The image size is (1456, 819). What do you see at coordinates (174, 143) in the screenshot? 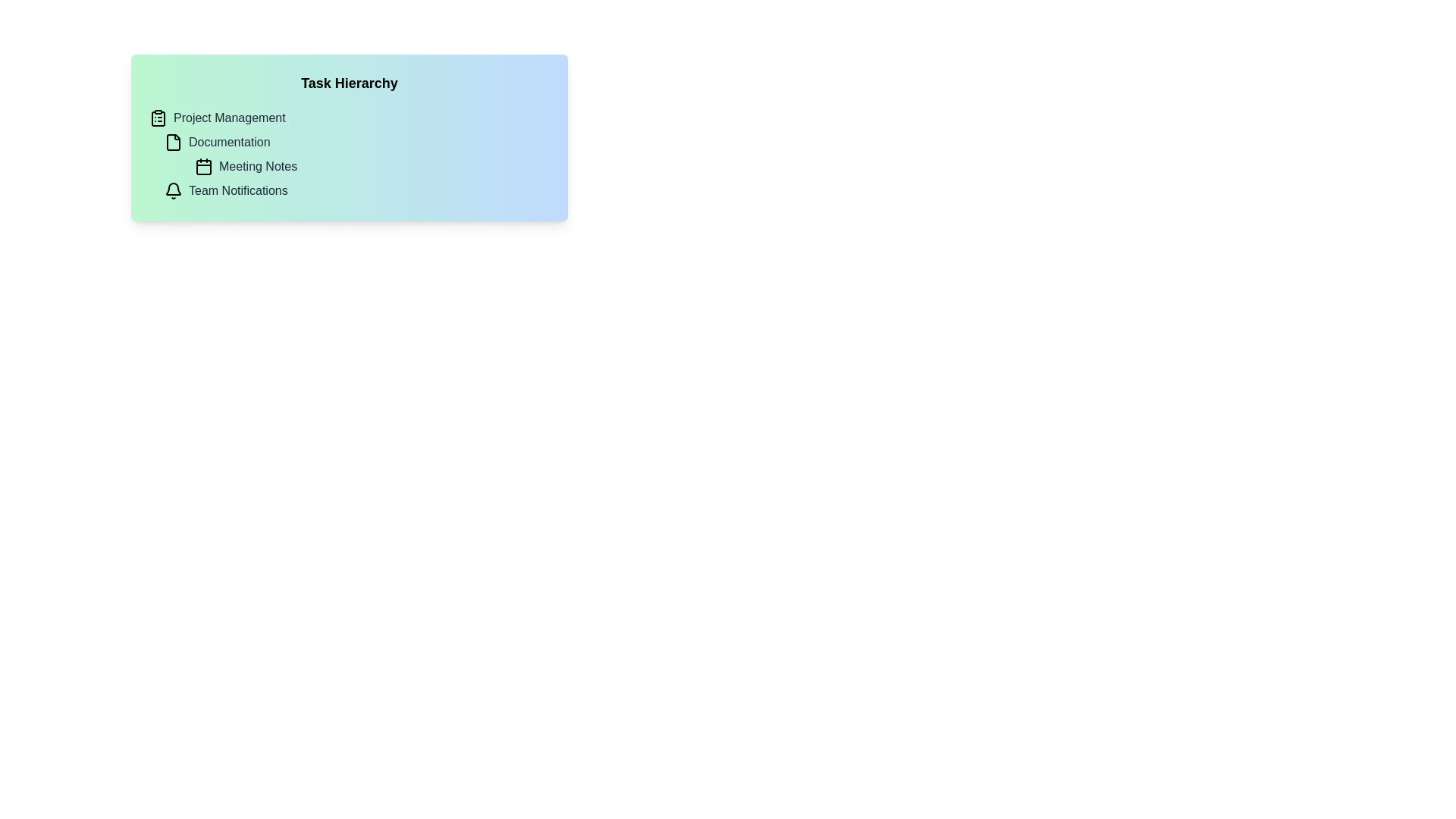
I see `the black document icon located to the left of the 'Documentation' text label in the 'Task Hierarchy' section to interact with its associated functionality` at bounding box center [174, 143].